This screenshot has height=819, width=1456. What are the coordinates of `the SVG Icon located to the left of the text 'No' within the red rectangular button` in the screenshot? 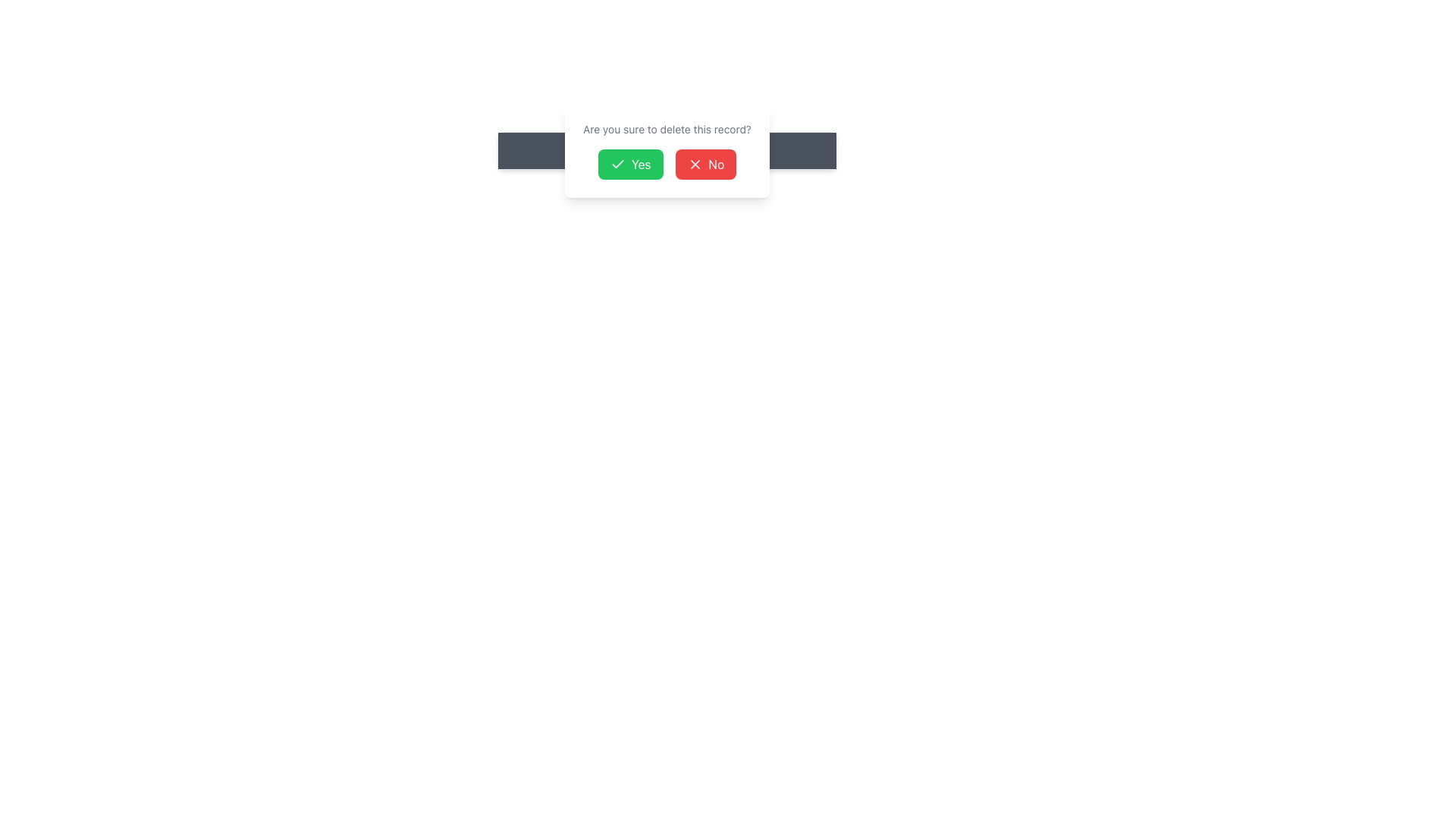 It's located at (694, 164).